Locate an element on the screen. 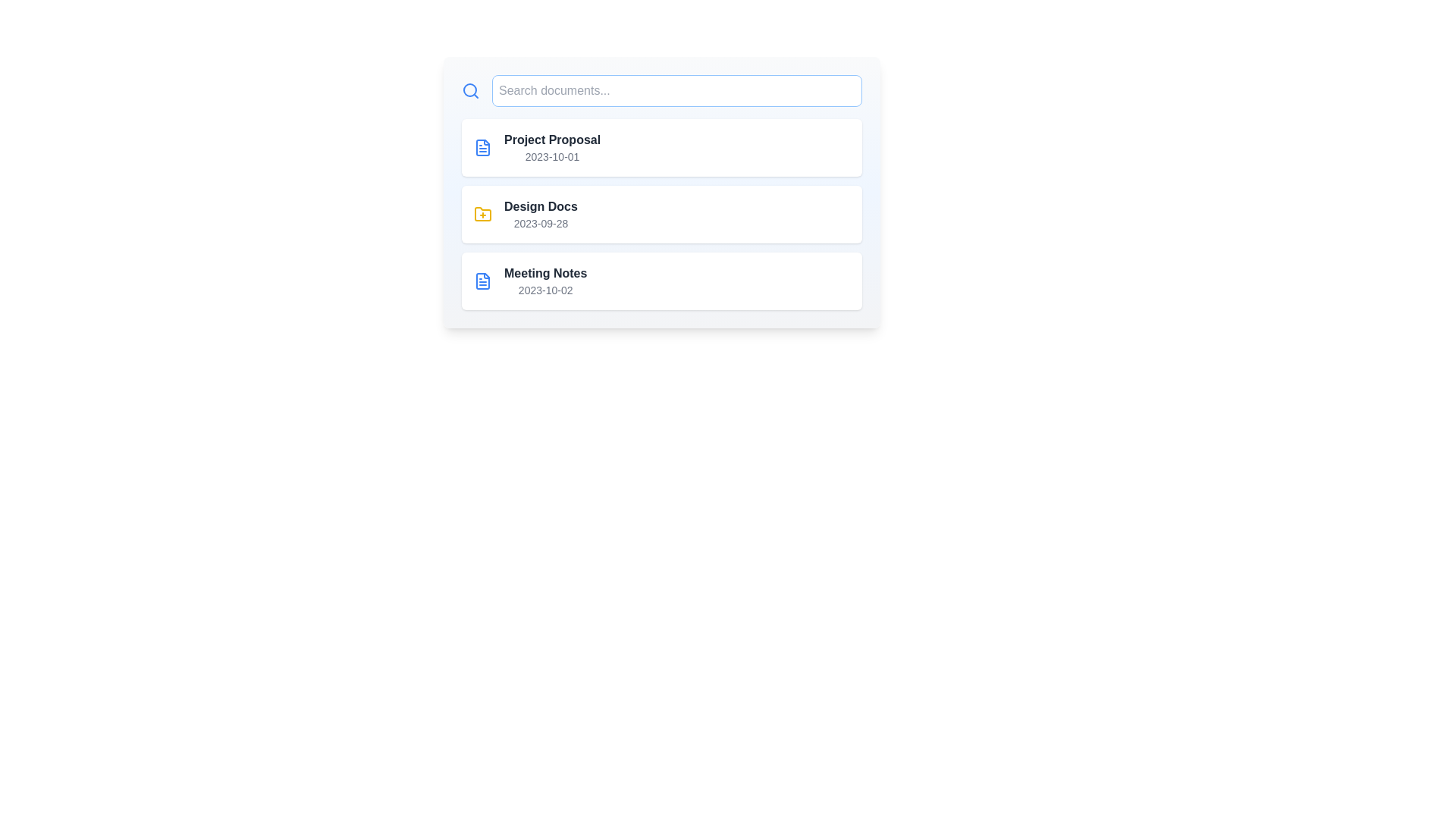  the document item identified by Project Proposal is located at coordinates (662, 148).